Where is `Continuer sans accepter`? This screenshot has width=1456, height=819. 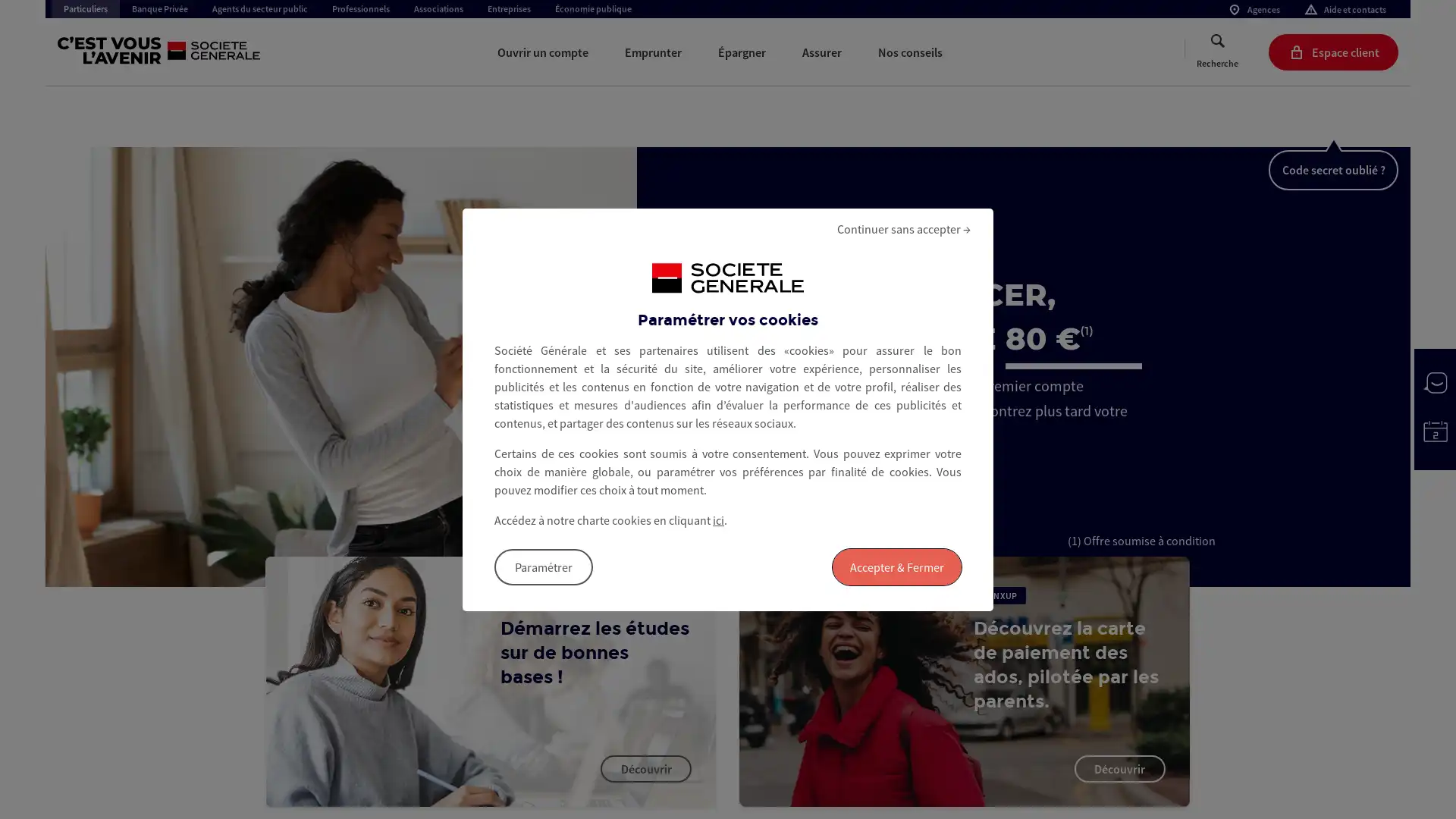
Continuer sans accepter is located at coordinates (903, 227).